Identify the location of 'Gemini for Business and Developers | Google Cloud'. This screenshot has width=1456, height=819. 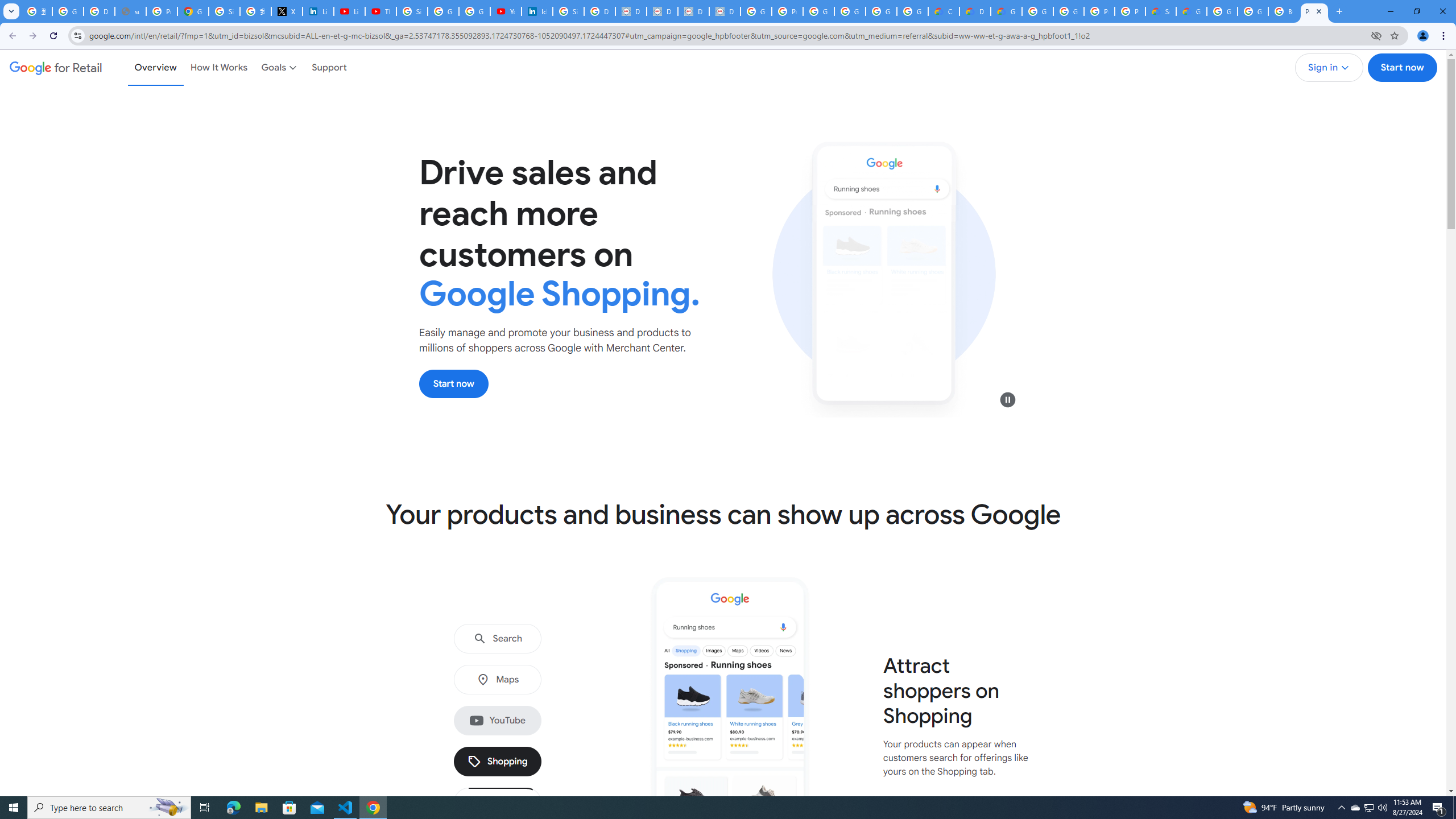
(1006, 11).